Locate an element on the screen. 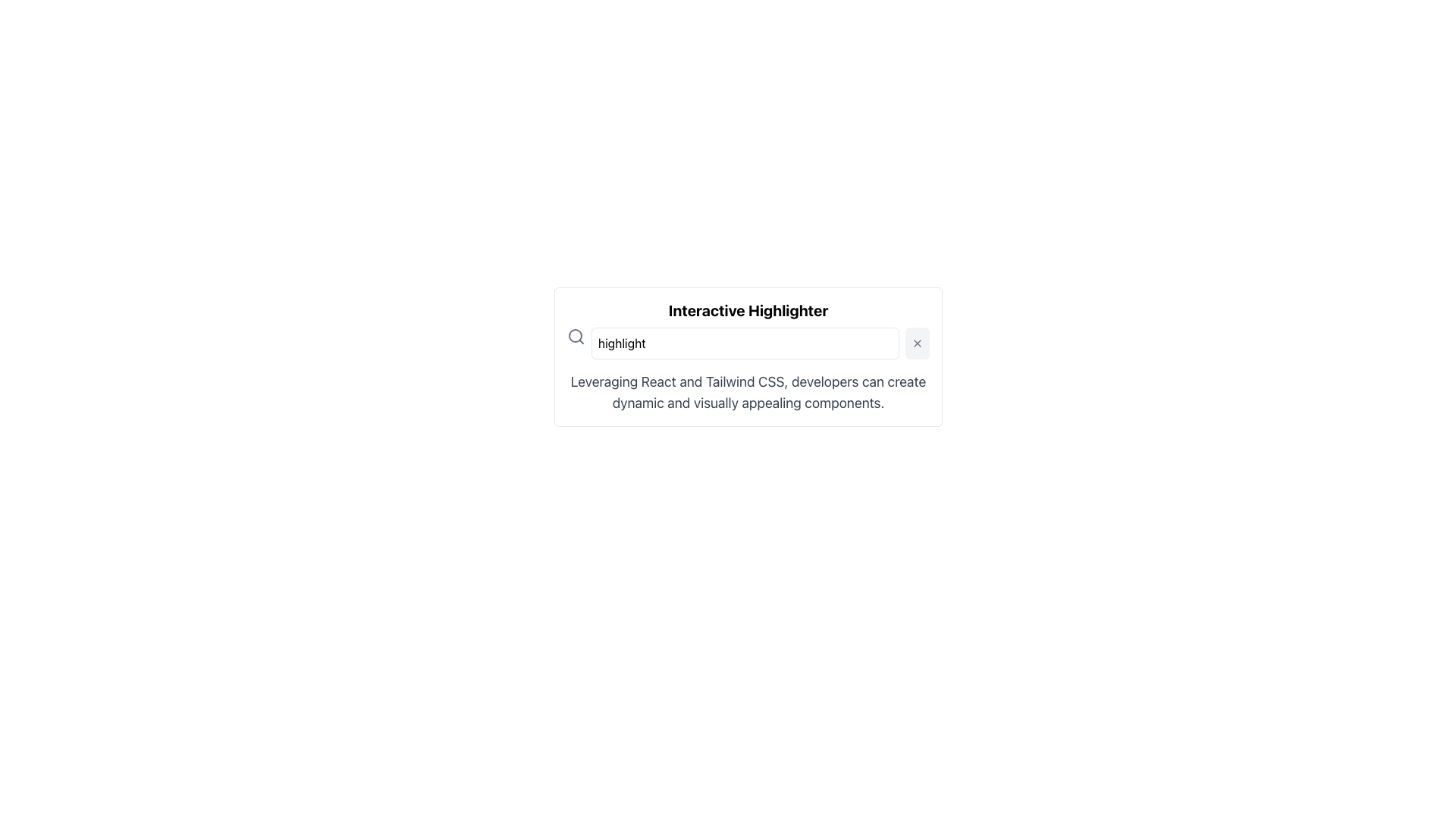  the small square button with a light gray background and an 'X' icon is located at coordinates (916, 343).